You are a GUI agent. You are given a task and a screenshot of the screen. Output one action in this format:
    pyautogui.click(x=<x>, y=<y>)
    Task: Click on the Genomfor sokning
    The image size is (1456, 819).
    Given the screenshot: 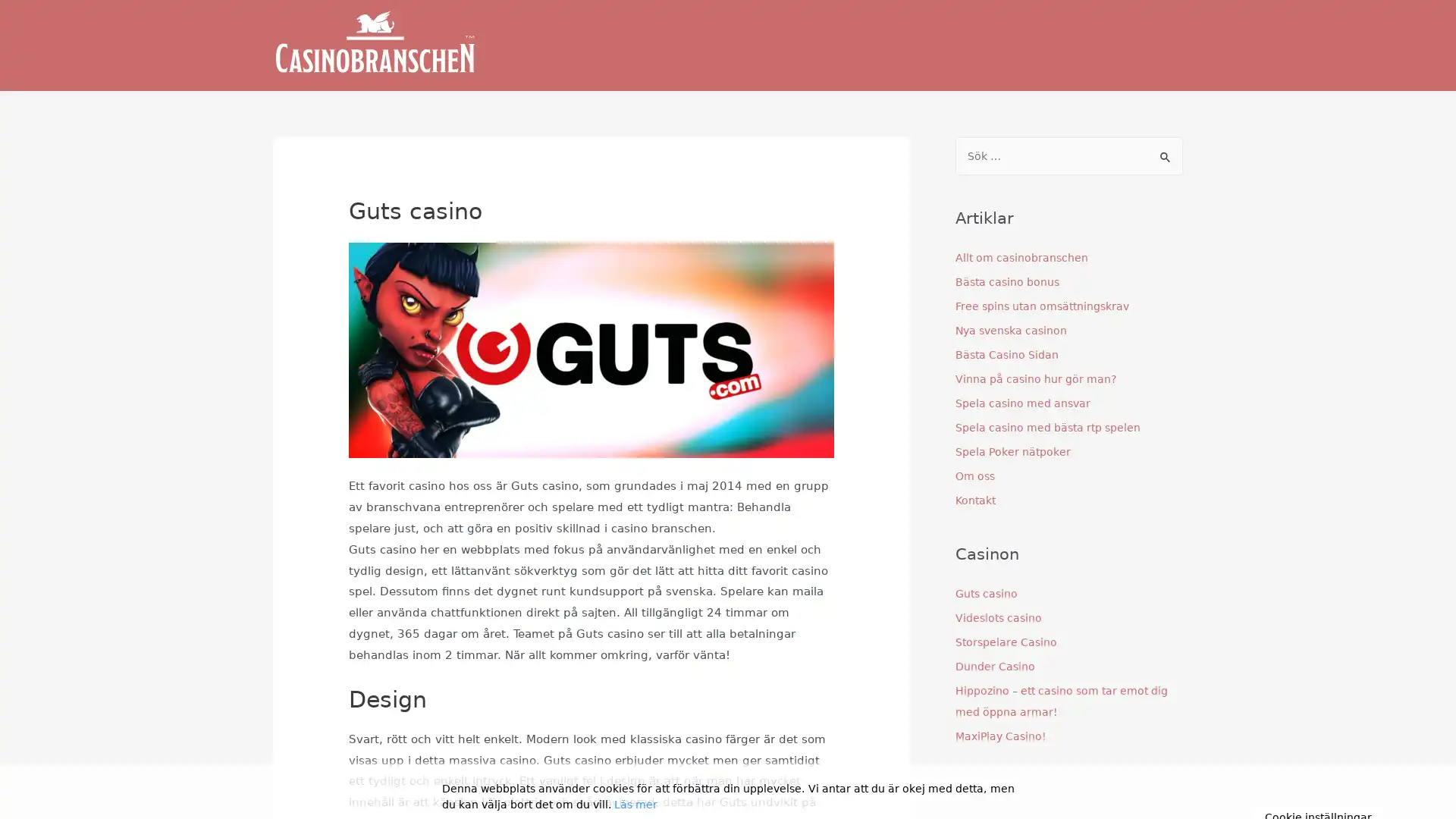 What is the action you would take?
    pyautogui.click(x=1164, y=158)
    